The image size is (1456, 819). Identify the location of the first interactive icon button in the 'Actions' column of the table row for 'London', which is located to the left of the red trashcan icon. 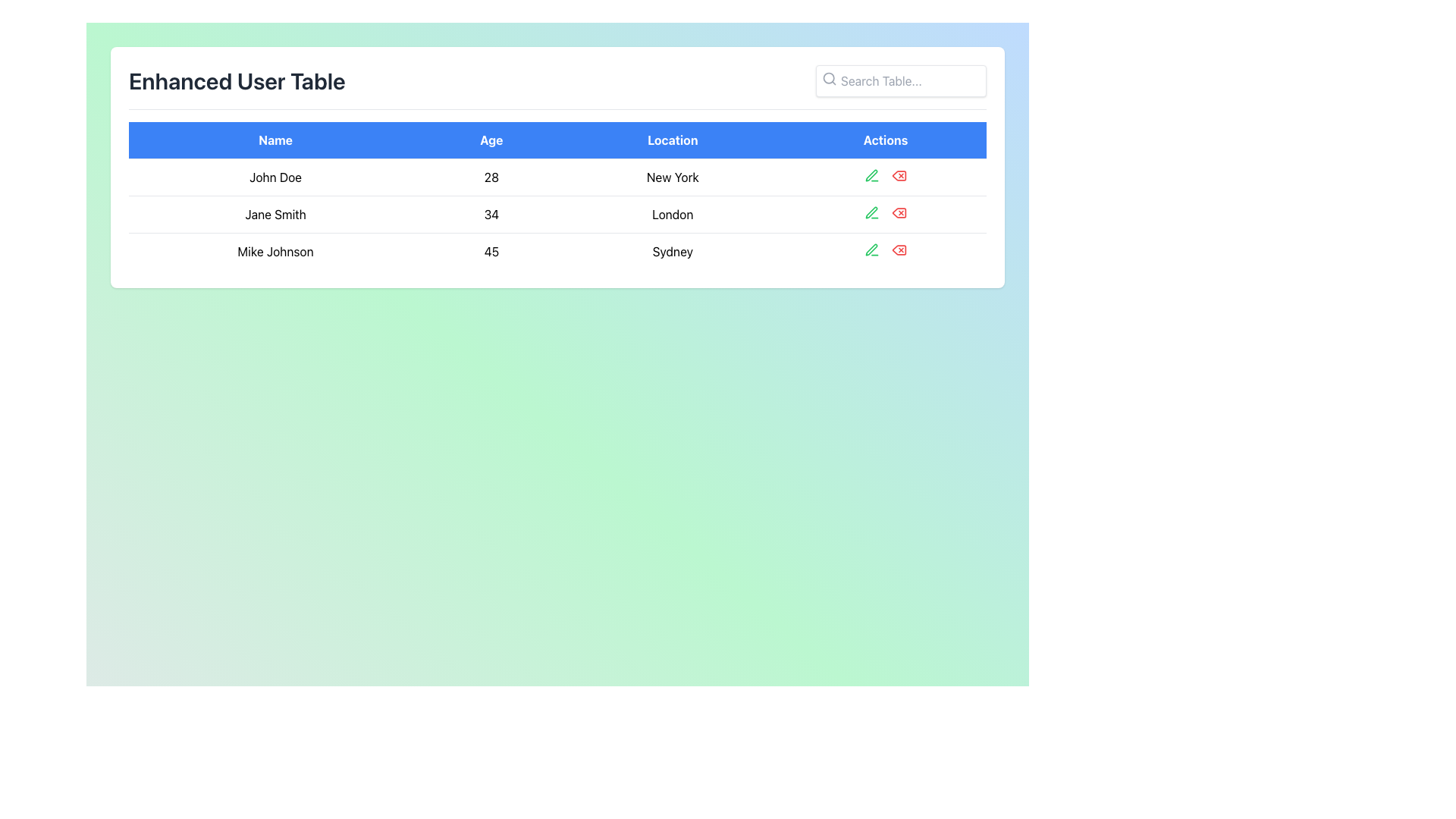
(872, 213).